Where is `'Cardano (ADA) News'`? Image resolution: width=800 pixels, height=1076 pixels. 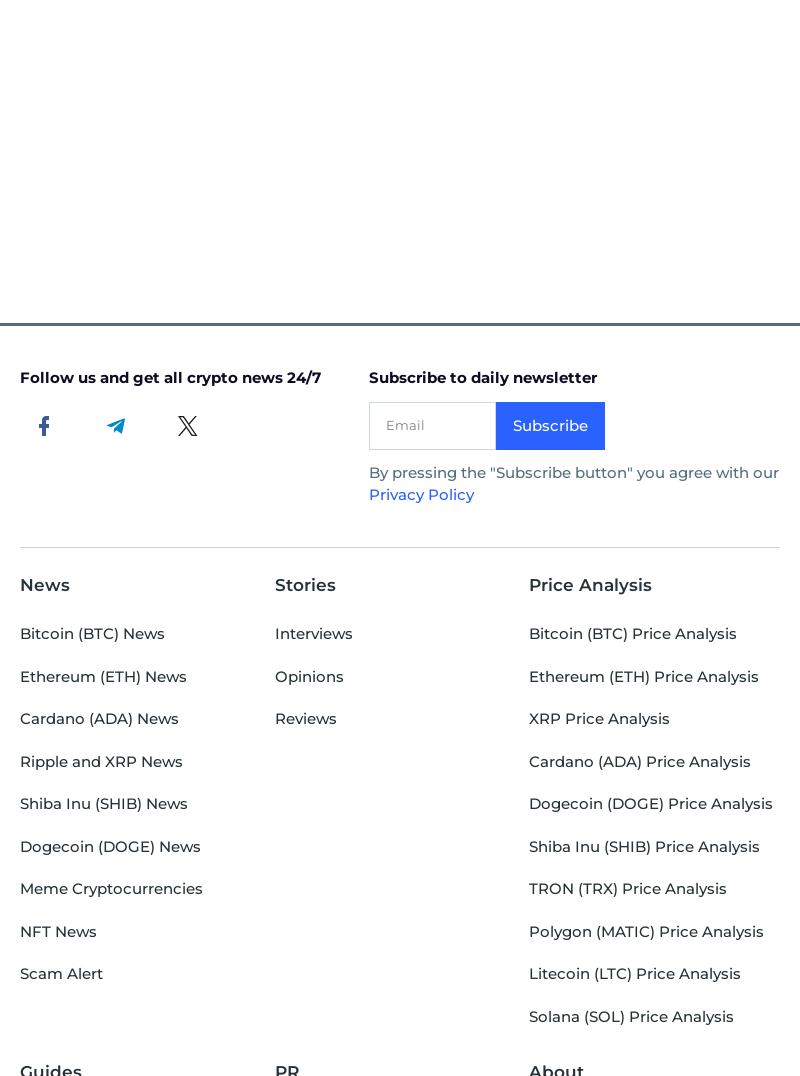 'Cardano (ADA) News' is located at coordinates (99, 717).